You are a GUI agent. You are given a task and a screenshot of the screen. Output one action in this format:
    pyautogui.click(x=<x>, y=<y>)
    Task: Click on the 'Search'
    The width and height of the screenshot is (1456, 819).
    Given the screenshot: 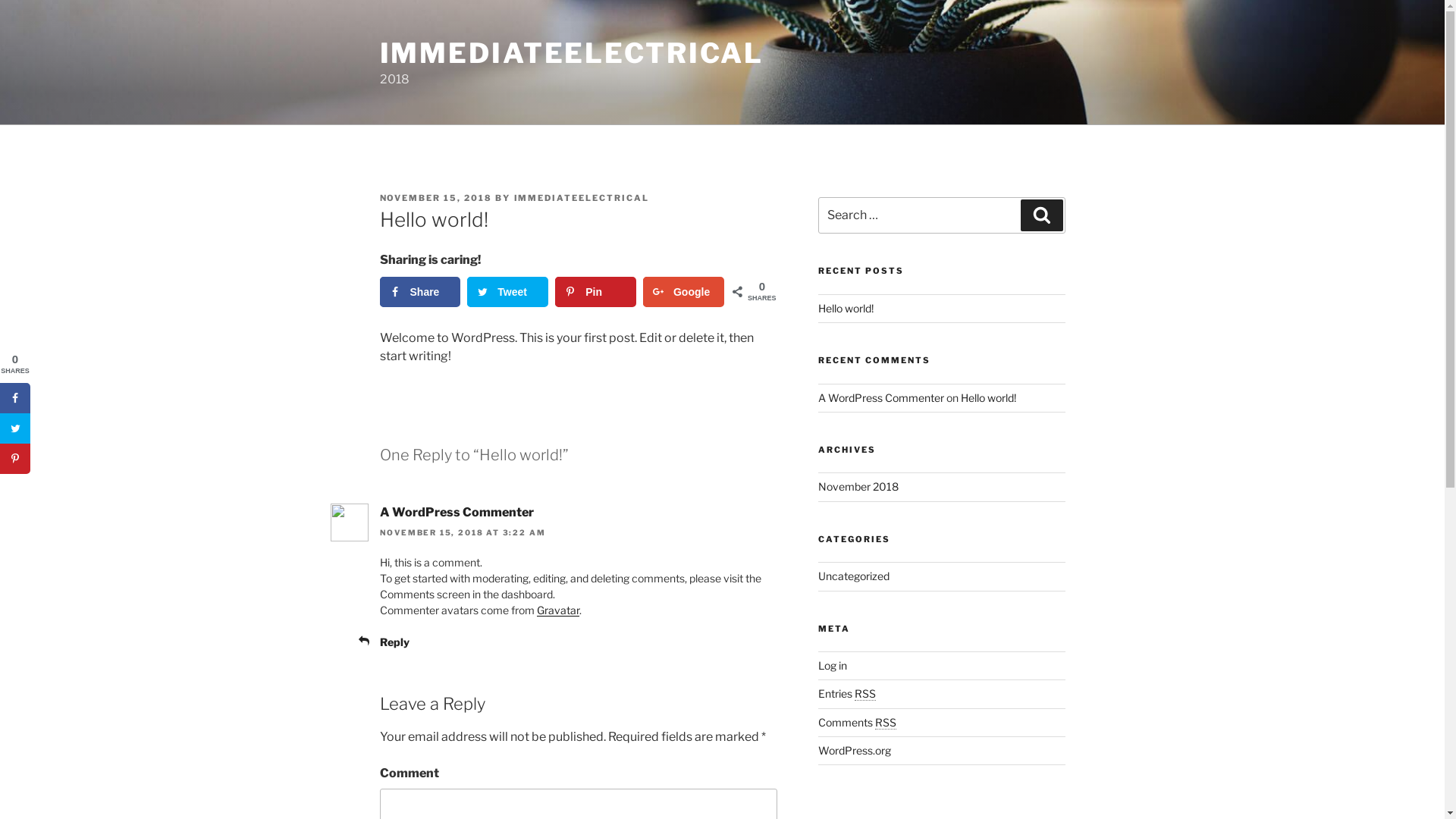 What is the action you would take?
    pyautogui.click(x=1040, y=215)
    